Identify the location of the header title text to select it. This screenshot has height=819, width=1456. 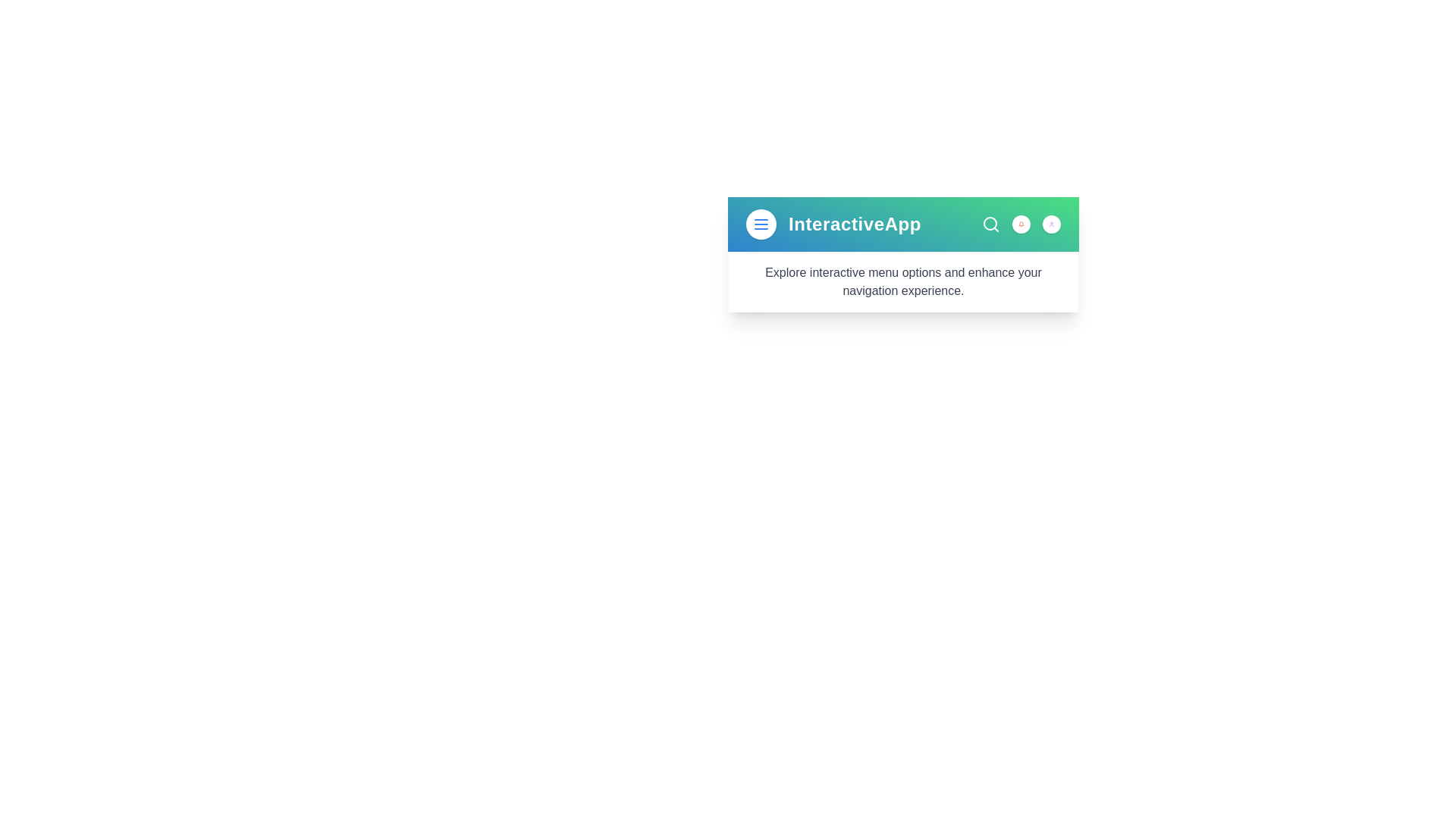
(855, 224).